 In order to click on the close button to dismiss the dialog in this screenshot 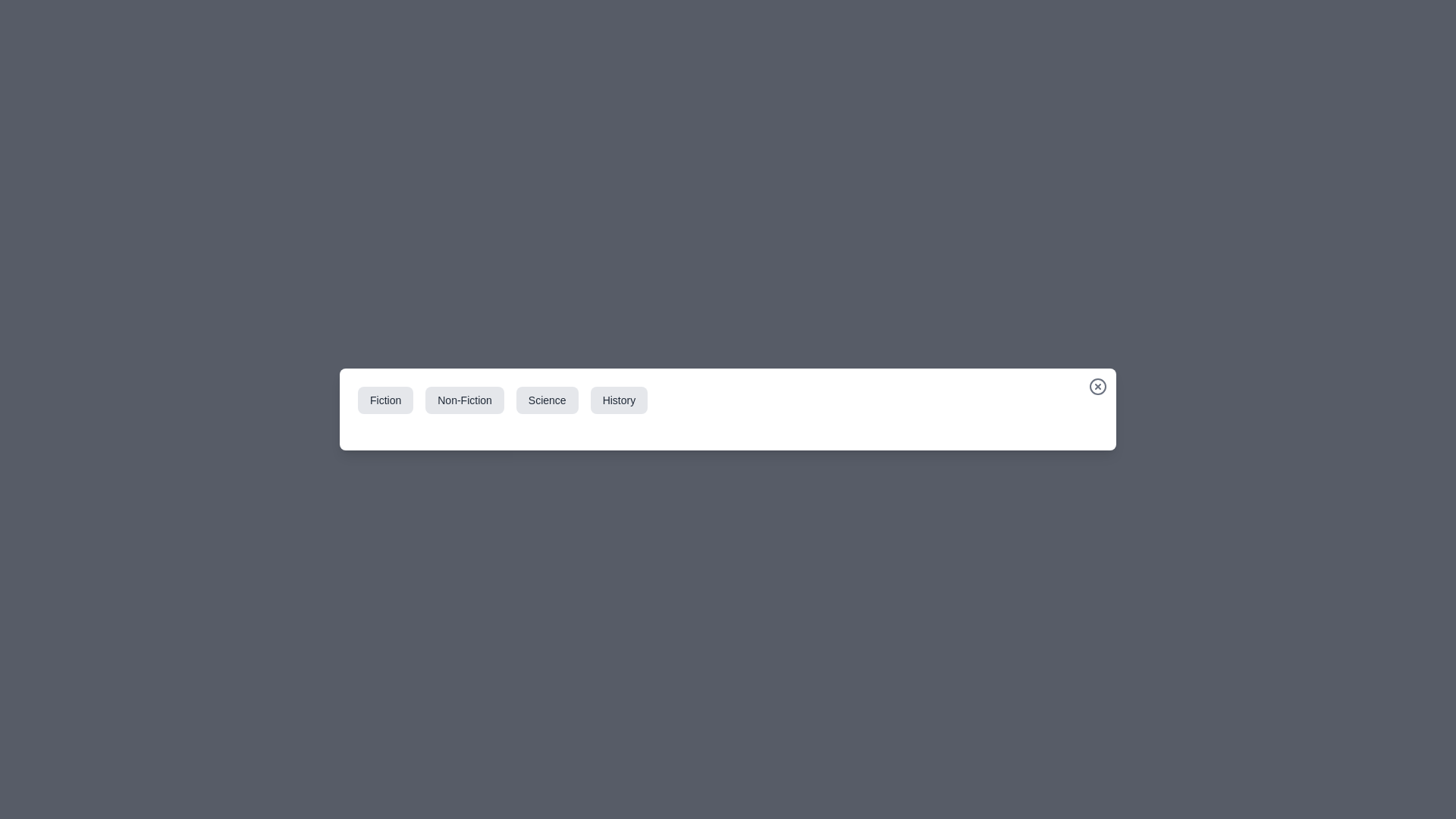, I will do `click(1098, 385)`.